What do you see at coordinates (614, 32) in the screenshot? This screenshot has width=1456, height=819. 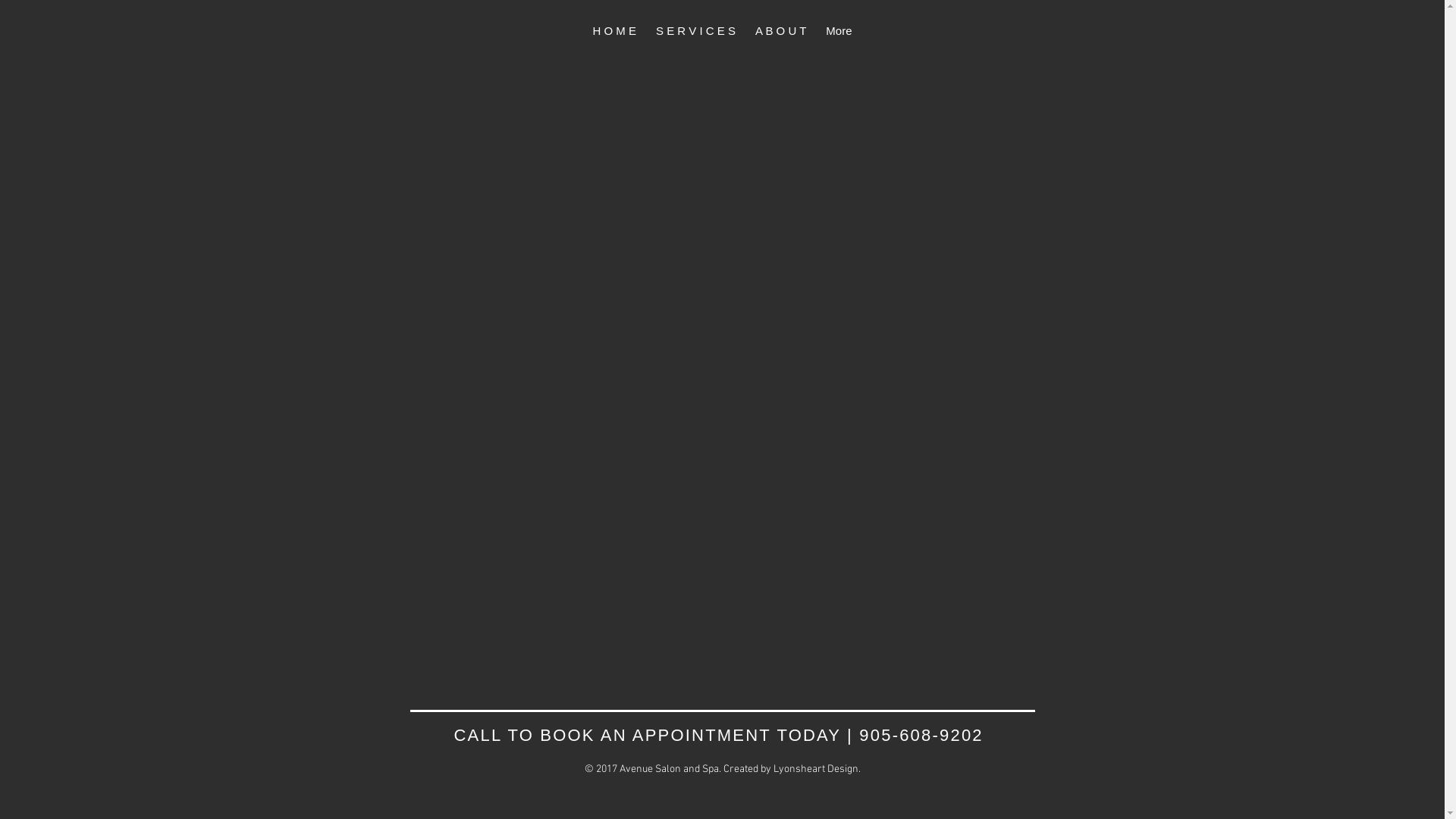 I see `'H O M E'` at bounding box center [614, 32].